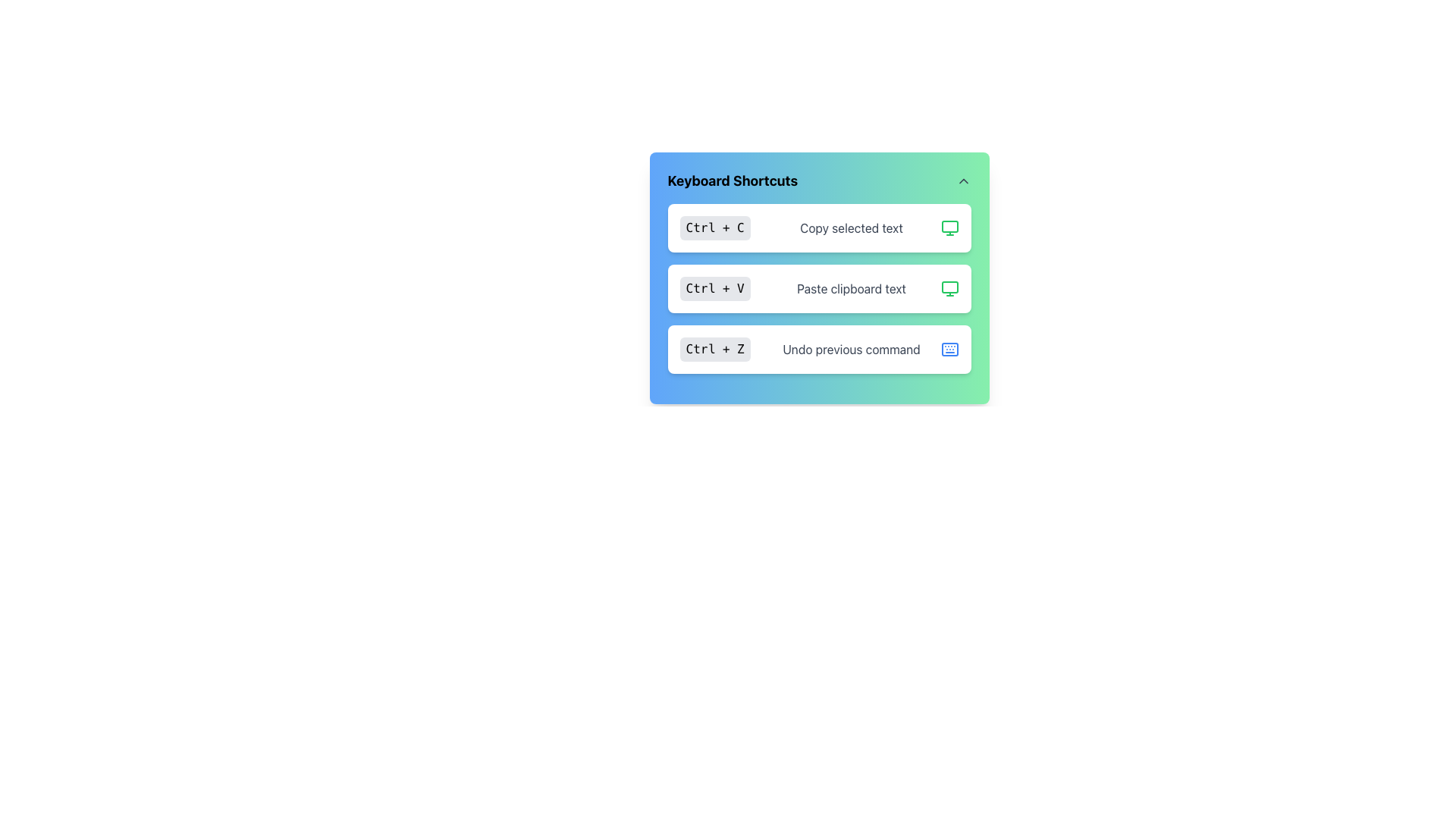 The width and height of the screenshot is (1456, 819). What do you see at coordinates (949, 350) in the screenshot?
I see `the blue keyboard icon with rounded corners located at the far right of the row containing 'Ctrl + Z' and the description 'Undo previous command.'` at bounding box center [949, 350].